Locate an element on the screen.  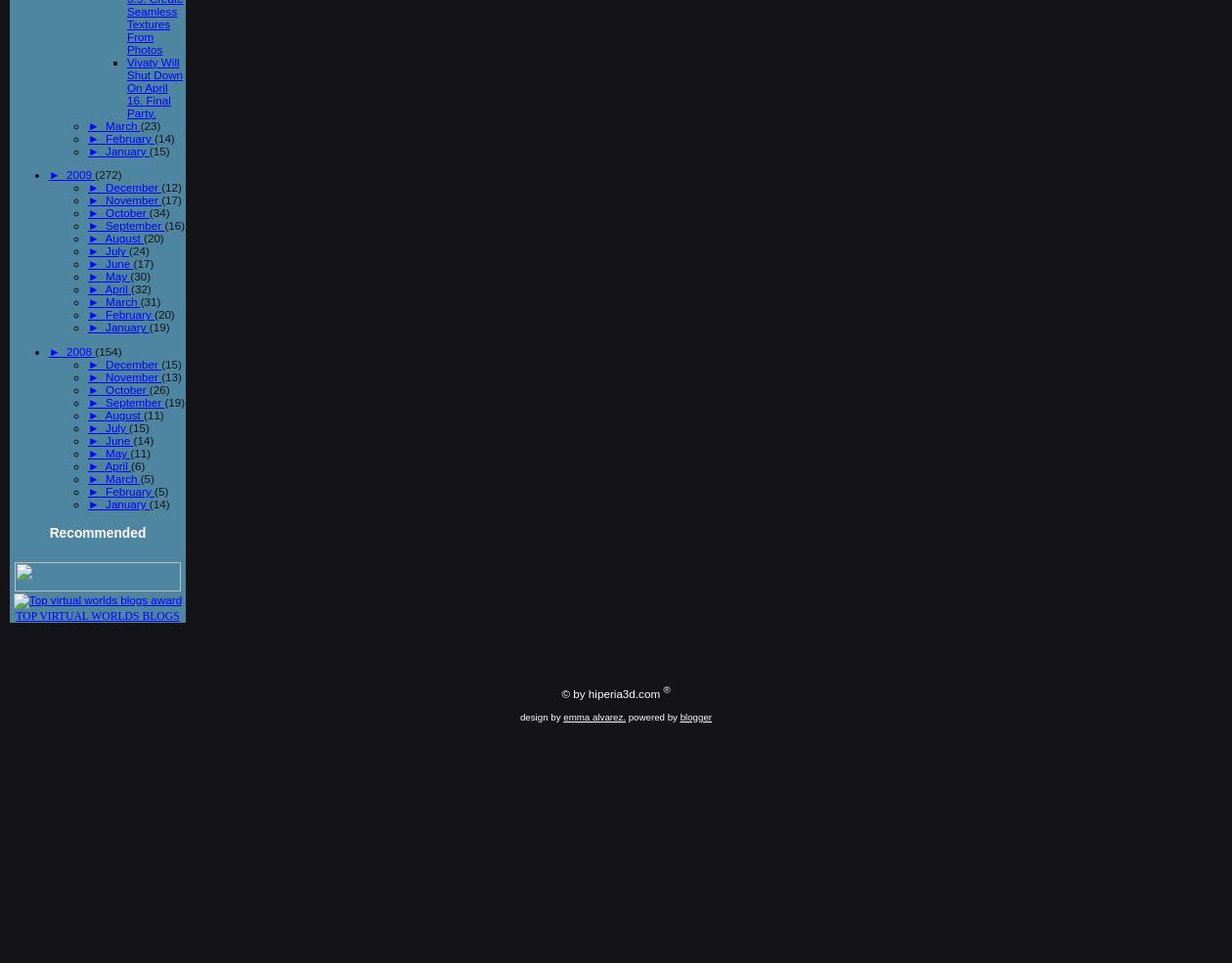
'(26)' is located at coordinates (157, 388).